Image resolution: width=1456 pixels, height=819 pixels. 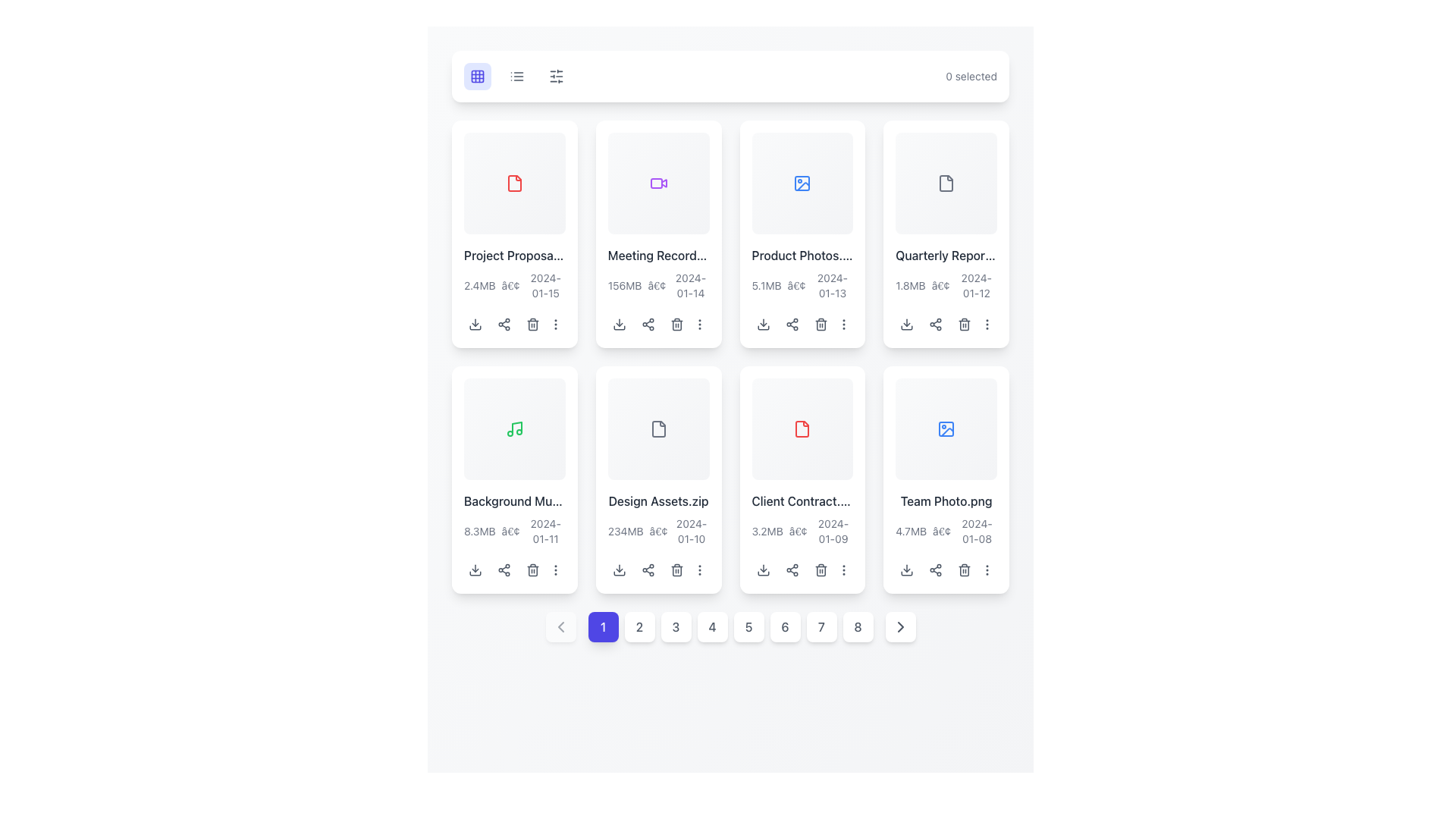 I want to click on the Bullet Separator element, which is a small circular bullet point symbol located between '1.8MB' and '2024-01-12' in the file grid layout of 'Quarterly Report.pdf', so click(x=940, y=285).